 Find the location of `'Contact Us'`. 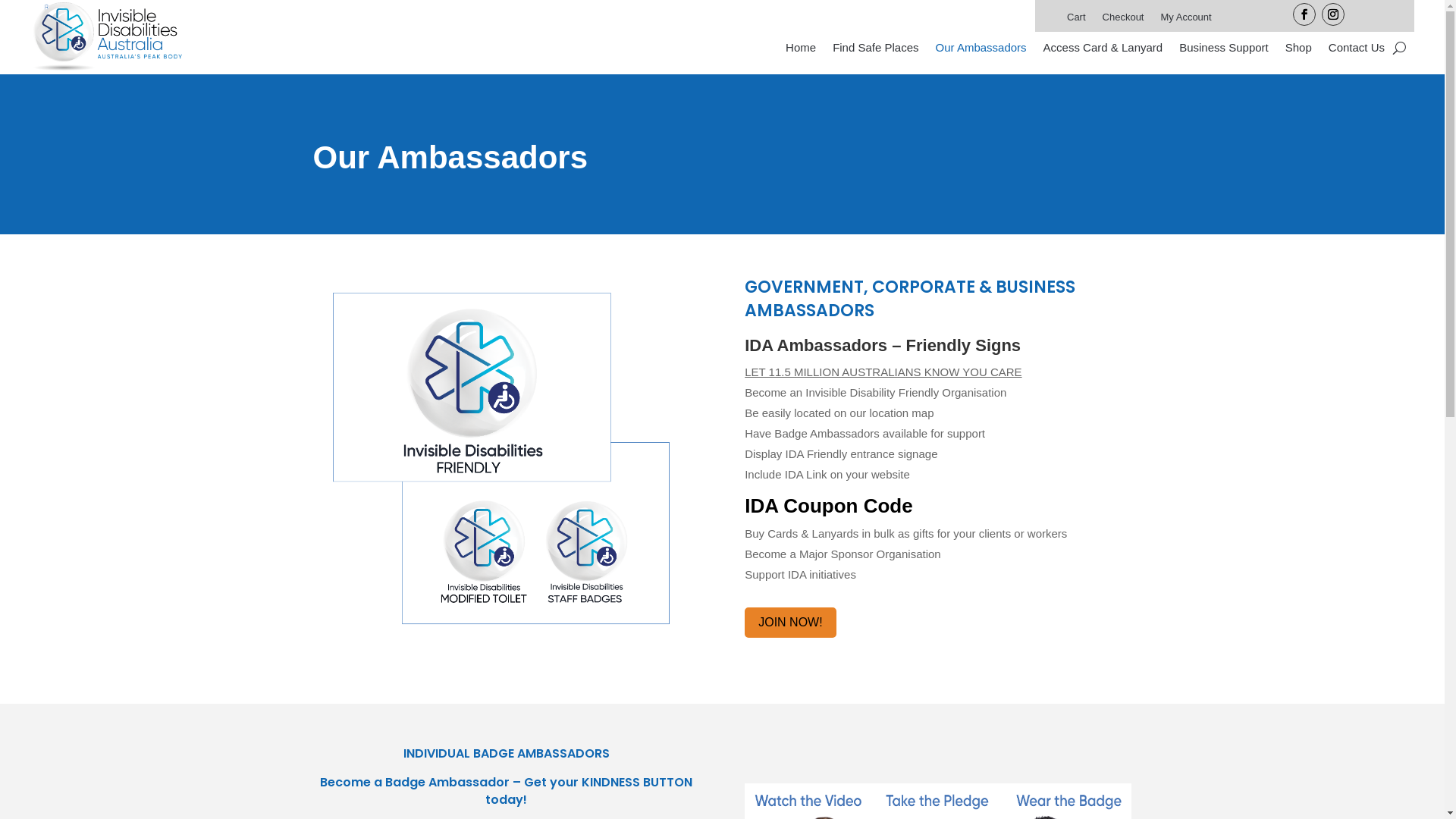

'Contact Us' is located at coordinates (1357, 49).